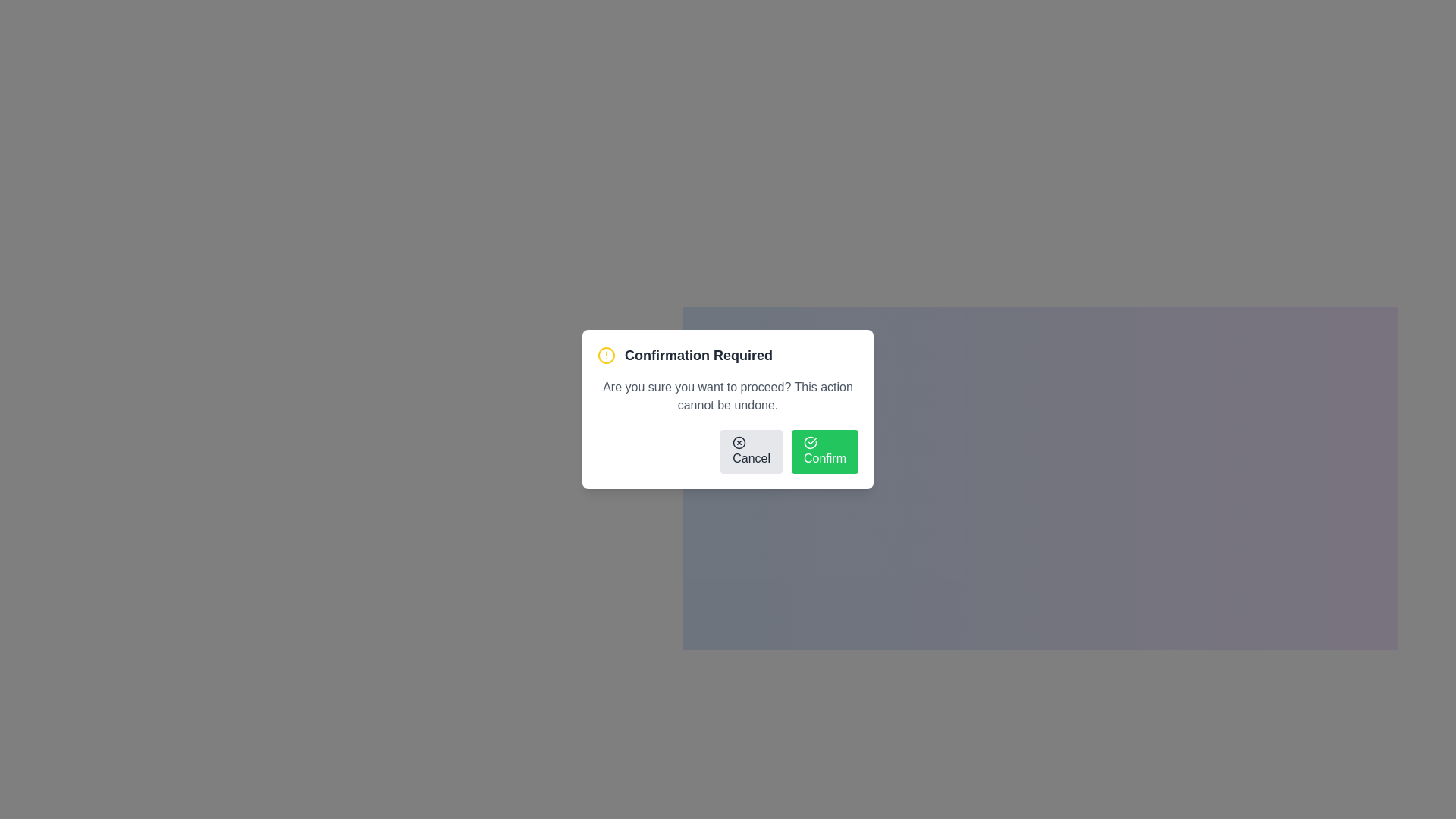 This screenshot has height=819, width=1456. I want to click on the 'Cancel' button, which is a rectangular button with a light gray background and rounded corners, containing a circular 'X' icon on the left and the text 'Cancel' in dark gray on the right, located at the lower part of a modal dialog box as the leftmost button, so click(752, 451).